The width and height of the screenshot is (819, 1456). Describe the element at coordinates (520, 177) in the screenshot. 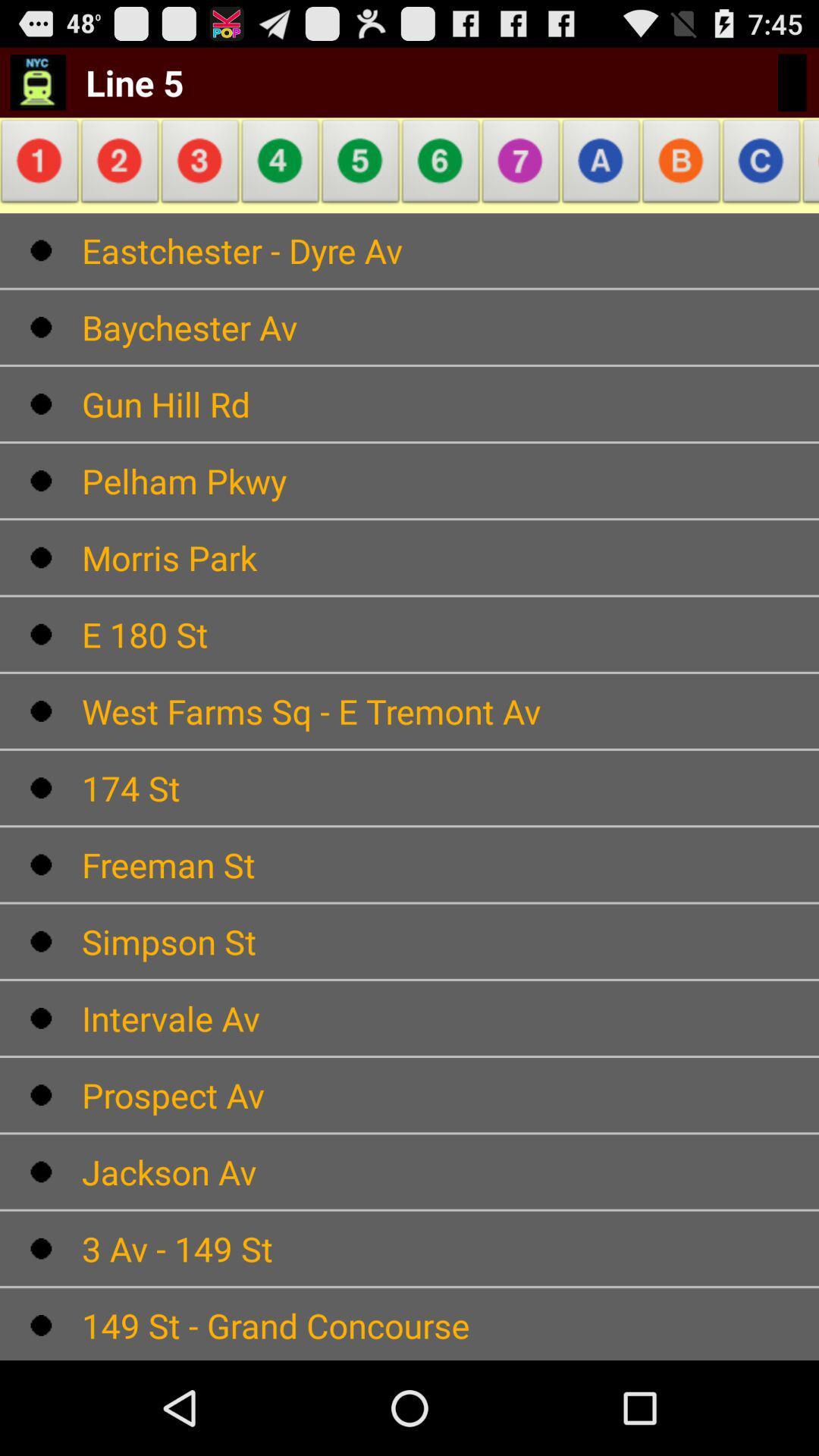

I see `the help icon` at that location.